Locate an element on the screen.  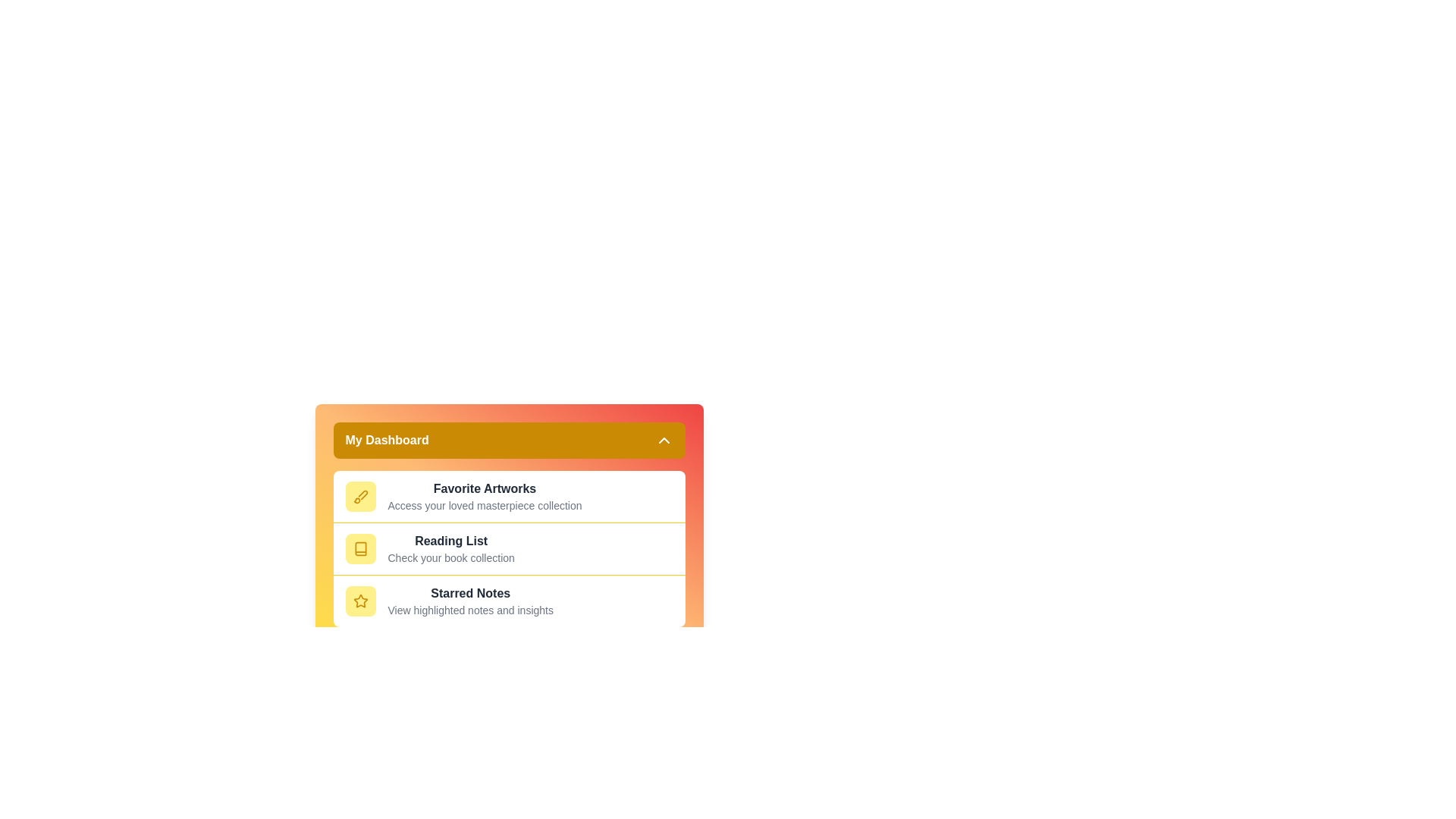
the 'Reading List' text block which consists of a heading in bold and a subtext suggesting a clean layout, positioned below 'Favorite Artworks' and above 'Starred Notes' is located at coordinates (450, 549).